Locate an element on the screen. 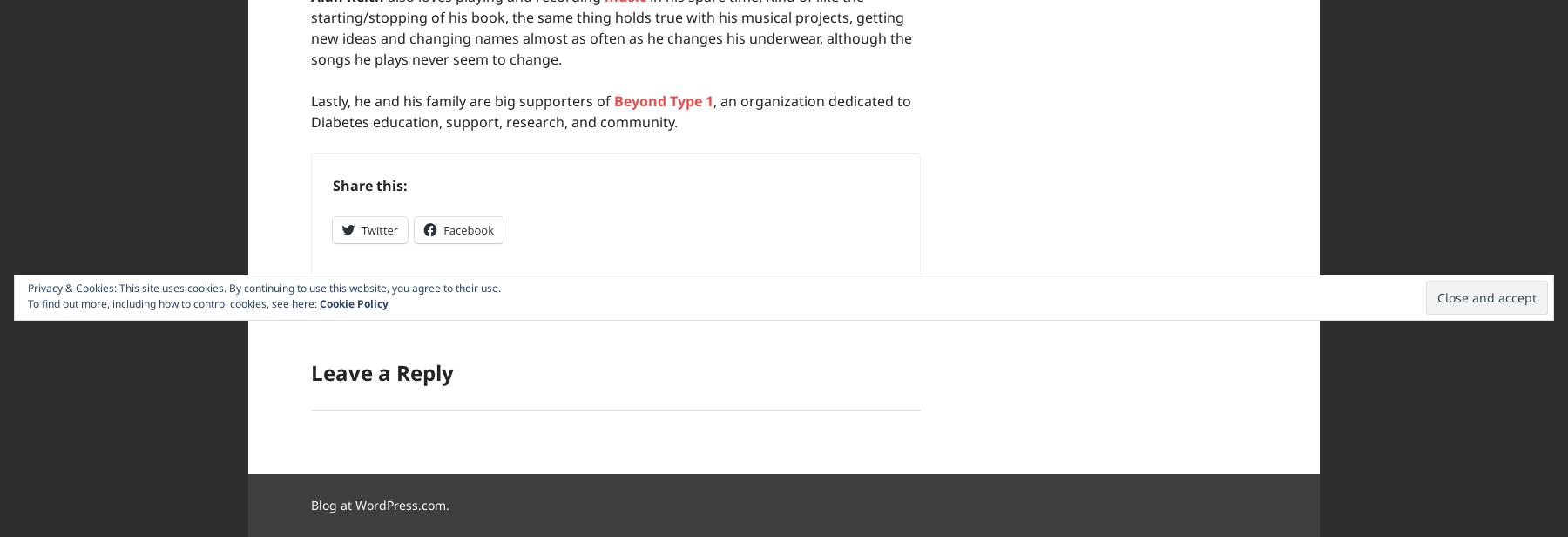 The image size is (1568, 537). 'Cookie Policy' is located at coordinates (354, 303).